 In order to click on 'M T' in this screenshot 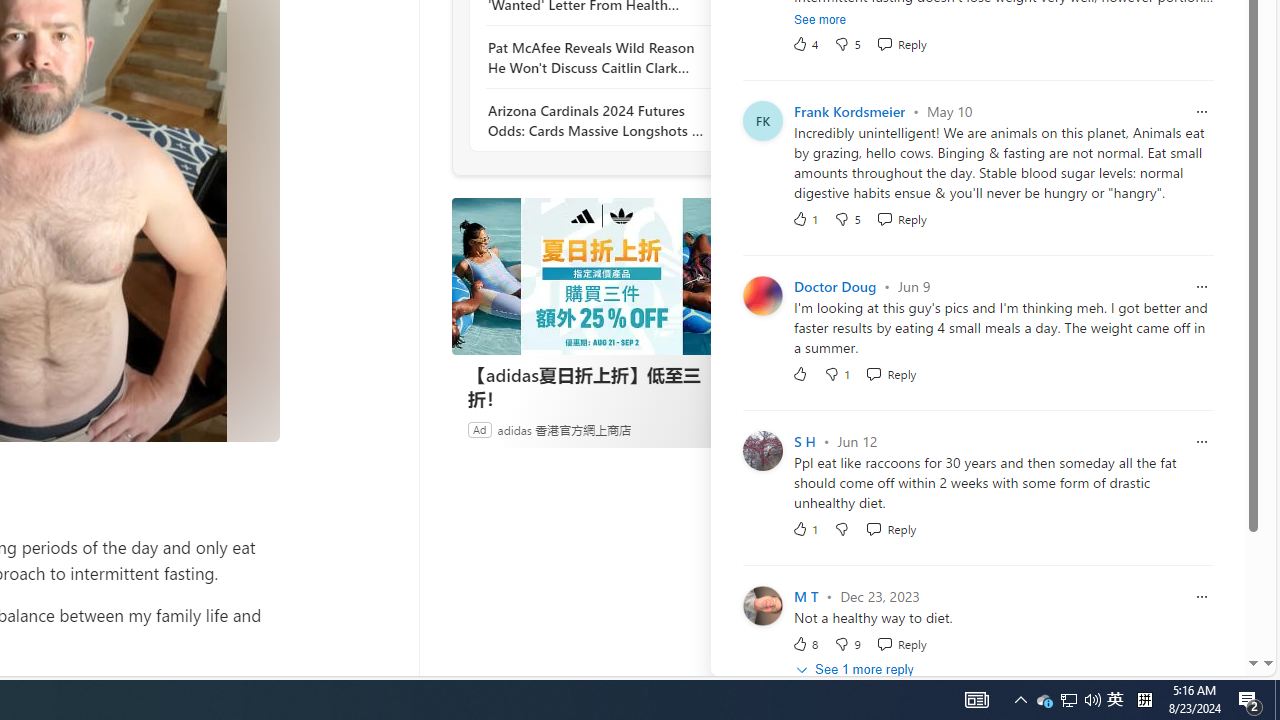, I will do `click(806, 595)`.